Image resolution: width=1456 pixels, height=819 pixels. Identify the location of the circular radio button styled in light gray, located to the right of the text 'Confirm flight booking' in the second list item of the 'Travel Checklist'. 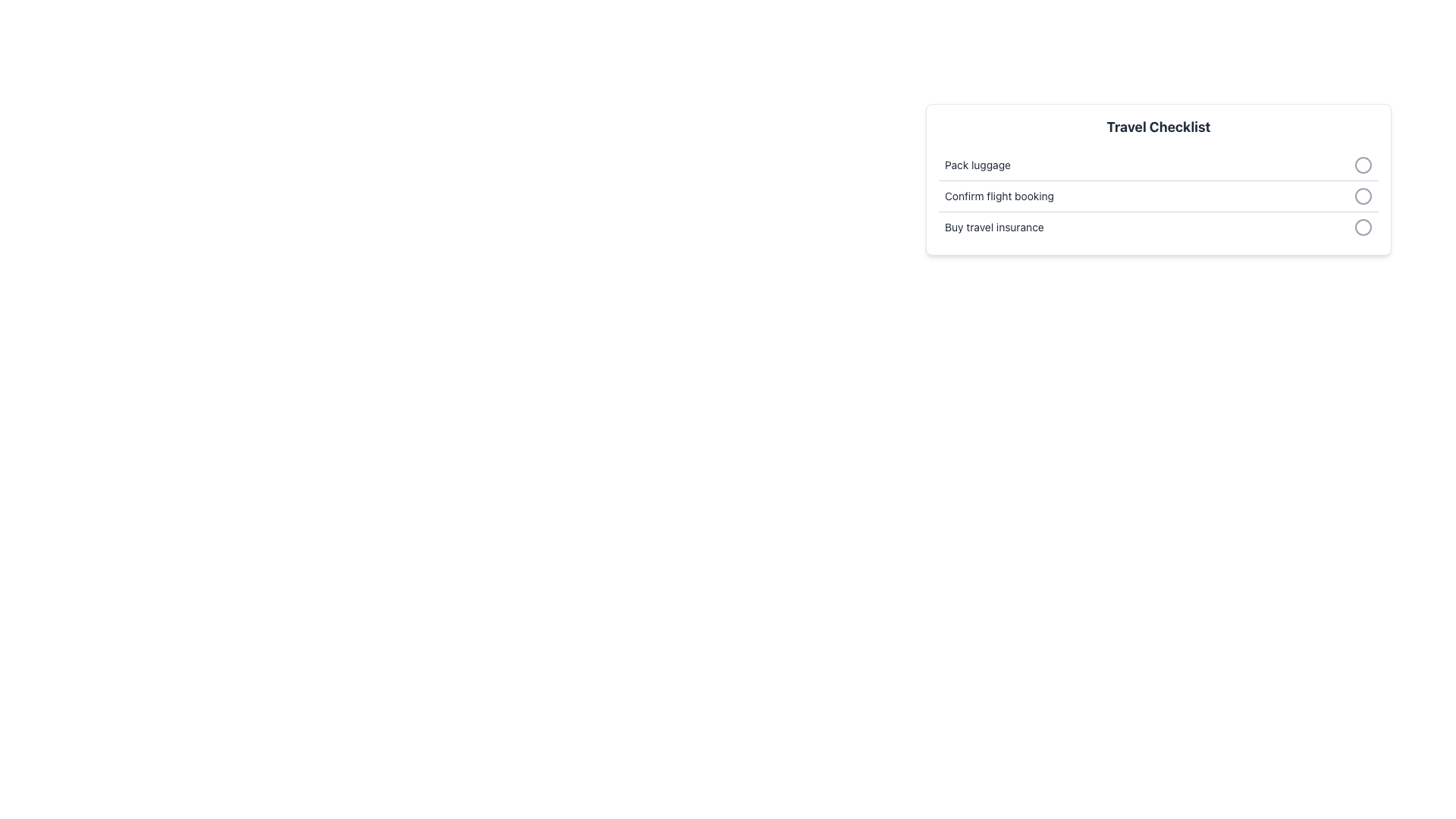
(1363, 195).